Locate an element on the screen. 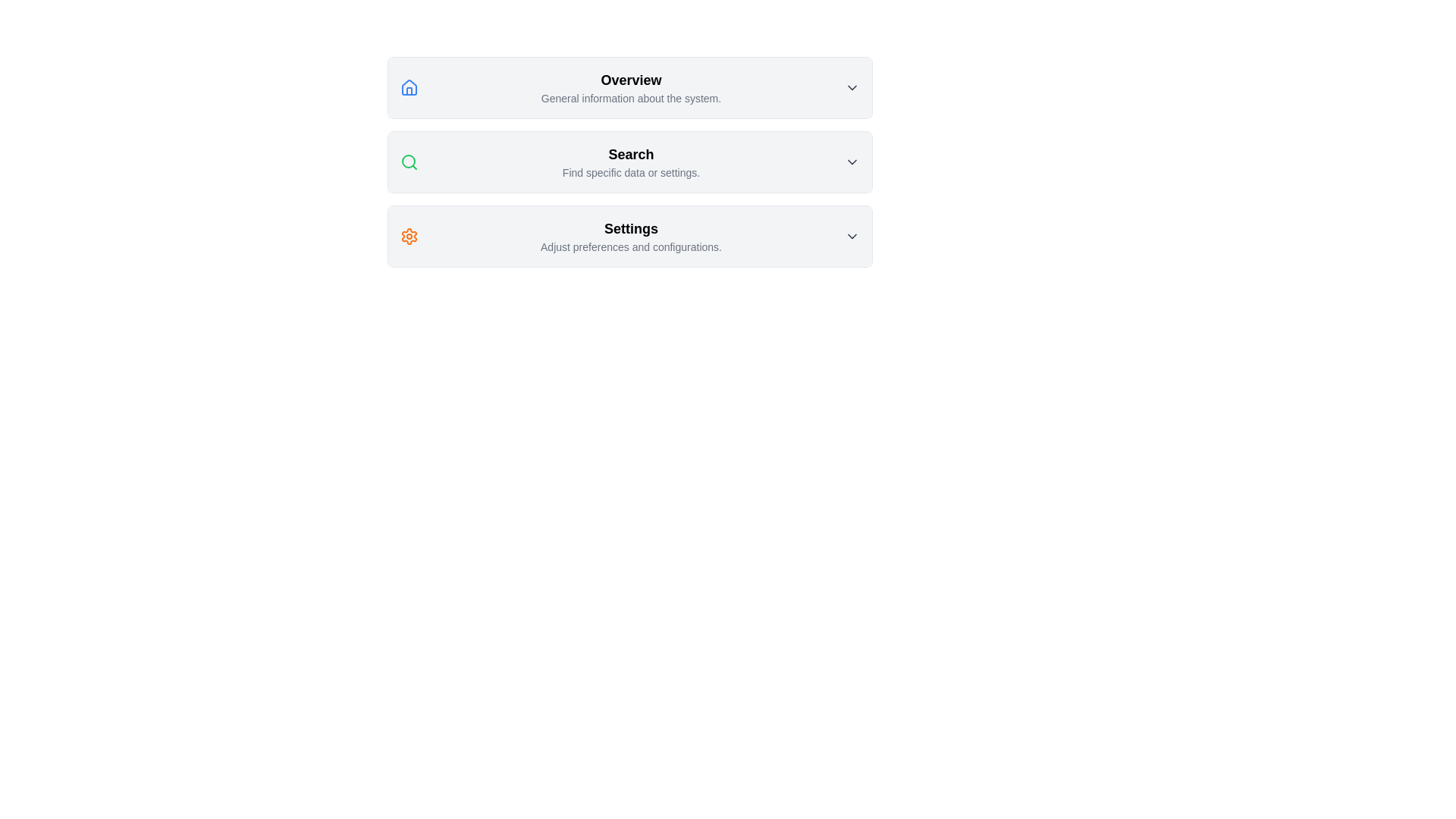 The height and width of the screenshot is (819, 1456). the 'Search' label element, which is displayed in bold, black font and is centrally located in the second section of a three-element list is located at coordinates (631, 155).